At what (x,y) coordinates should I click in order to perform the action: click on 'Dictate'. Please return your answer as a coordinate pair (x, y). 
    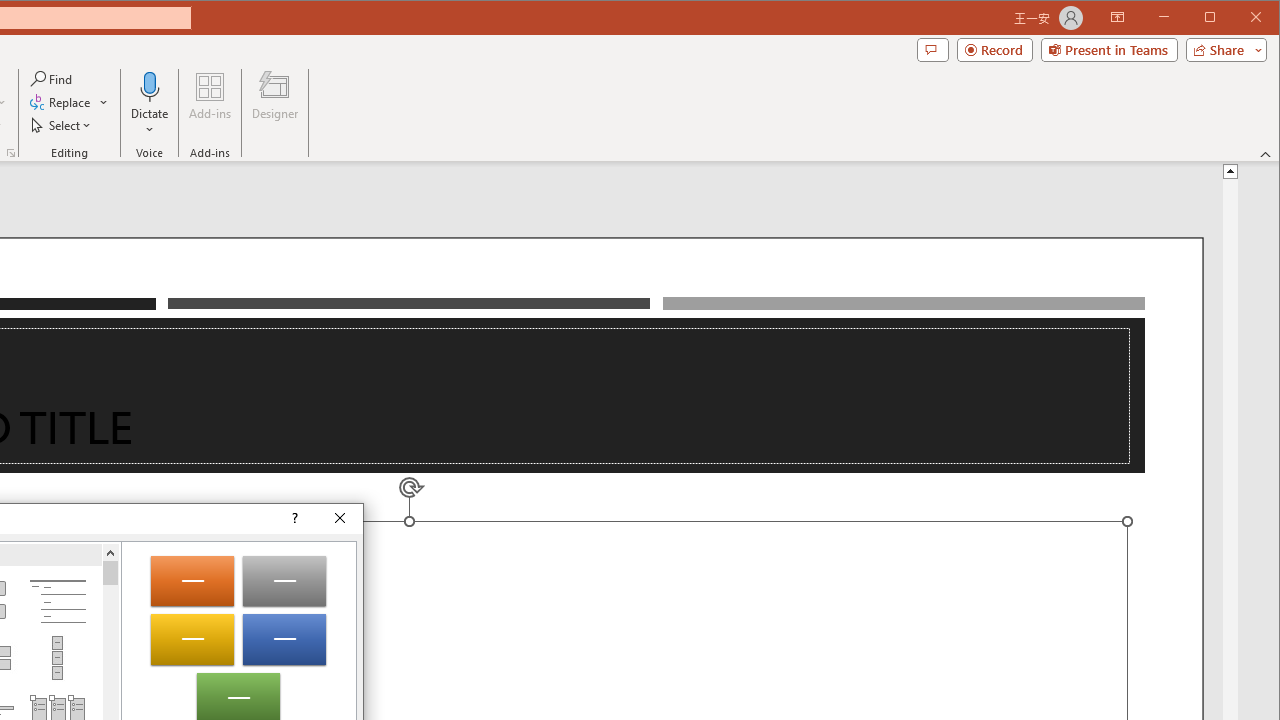
    Looking at the image, I should click on (149, 104).